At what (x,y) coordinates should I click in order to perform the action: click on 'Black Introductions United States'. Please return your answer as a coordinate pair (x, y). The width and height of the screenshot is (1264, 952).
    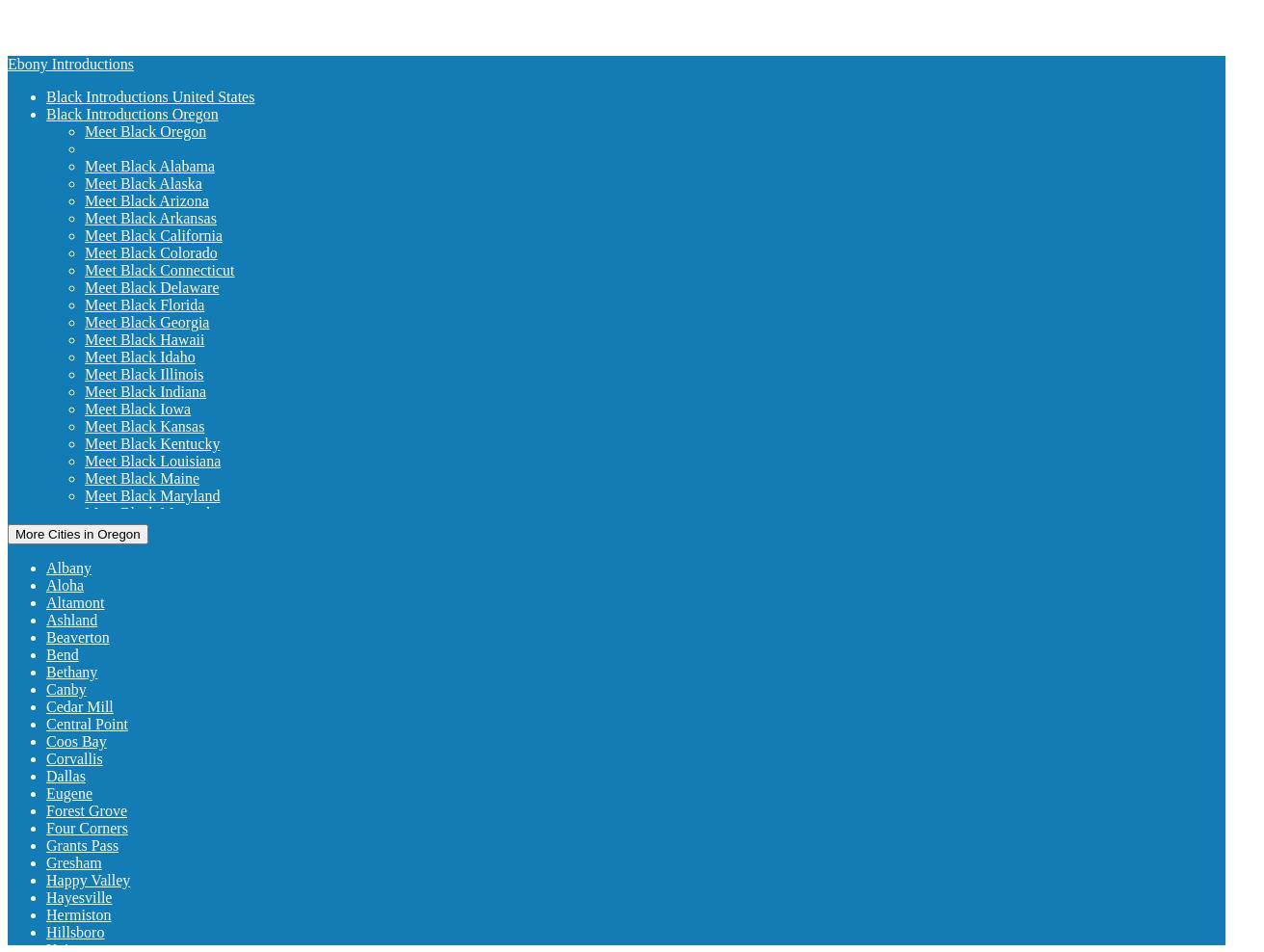
    Looking at the image, I should click on (46, 96).